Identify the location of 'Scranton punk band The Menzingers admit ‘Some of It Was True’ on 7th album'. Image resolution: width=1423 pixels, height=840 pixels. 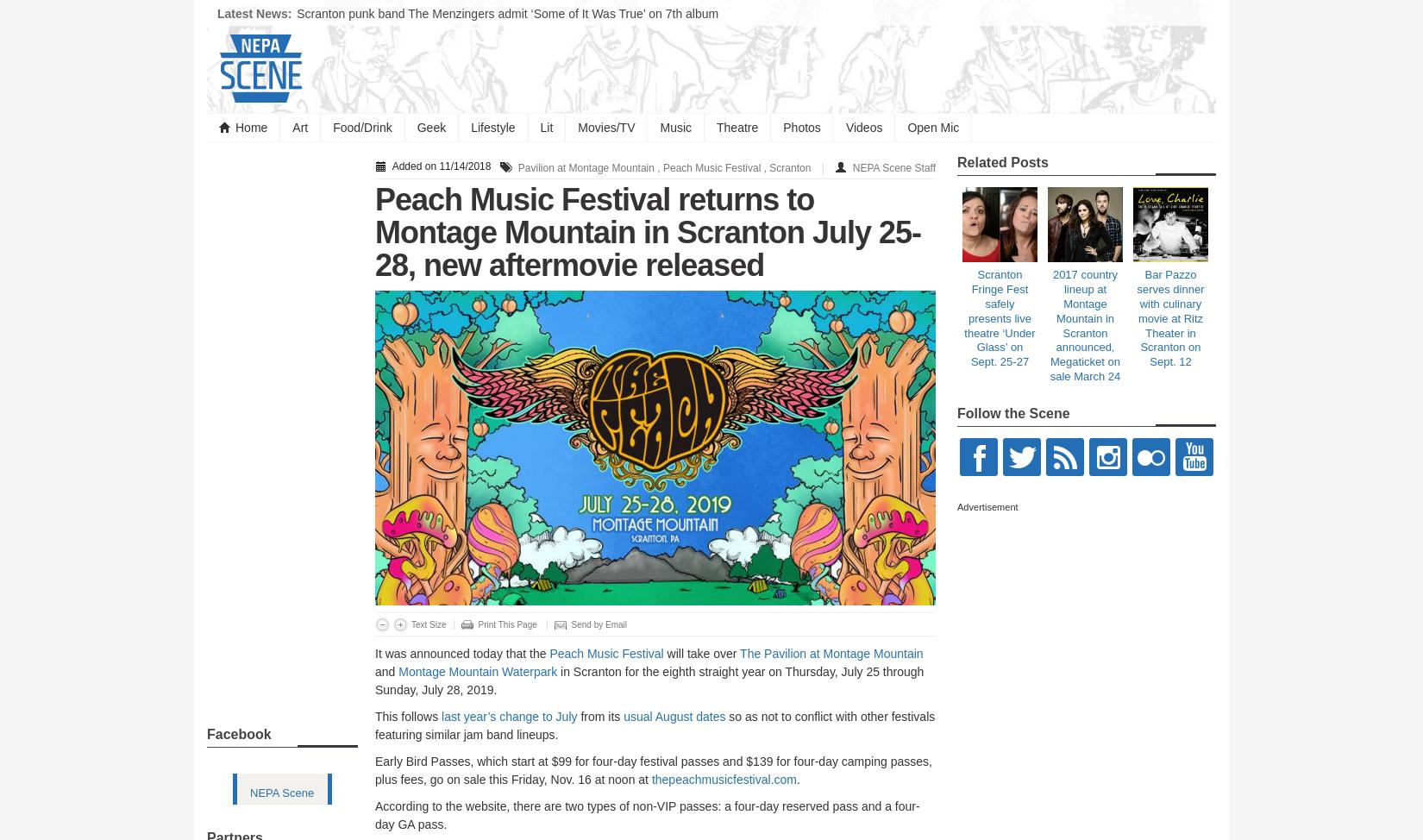
(506, 13).